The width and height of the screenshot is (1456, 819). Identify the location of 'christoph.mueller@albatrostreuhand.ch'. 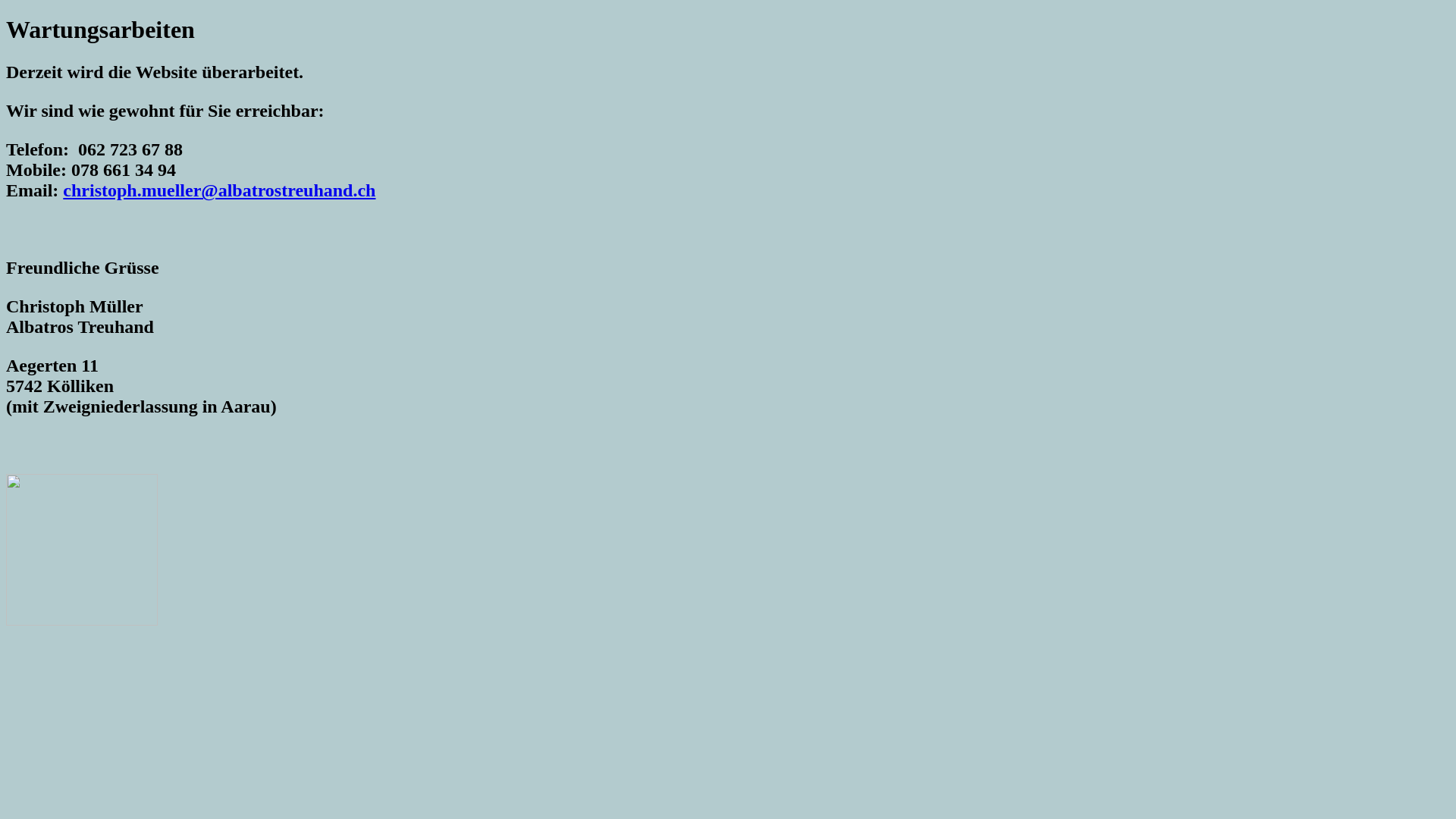
(218, 189).